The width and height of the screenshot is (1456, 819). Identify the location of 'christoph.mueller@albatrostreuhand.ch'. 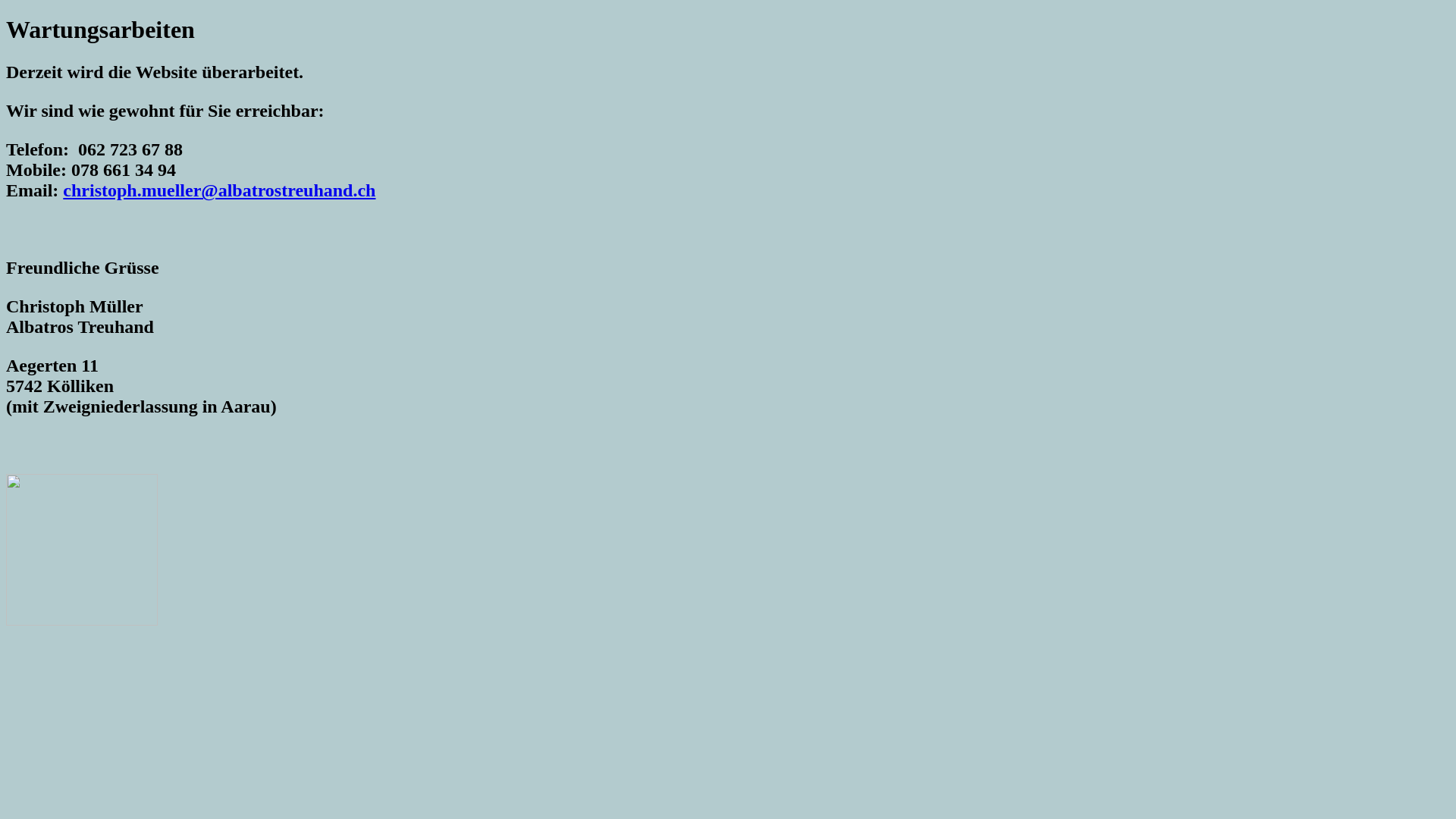
(218, 189).